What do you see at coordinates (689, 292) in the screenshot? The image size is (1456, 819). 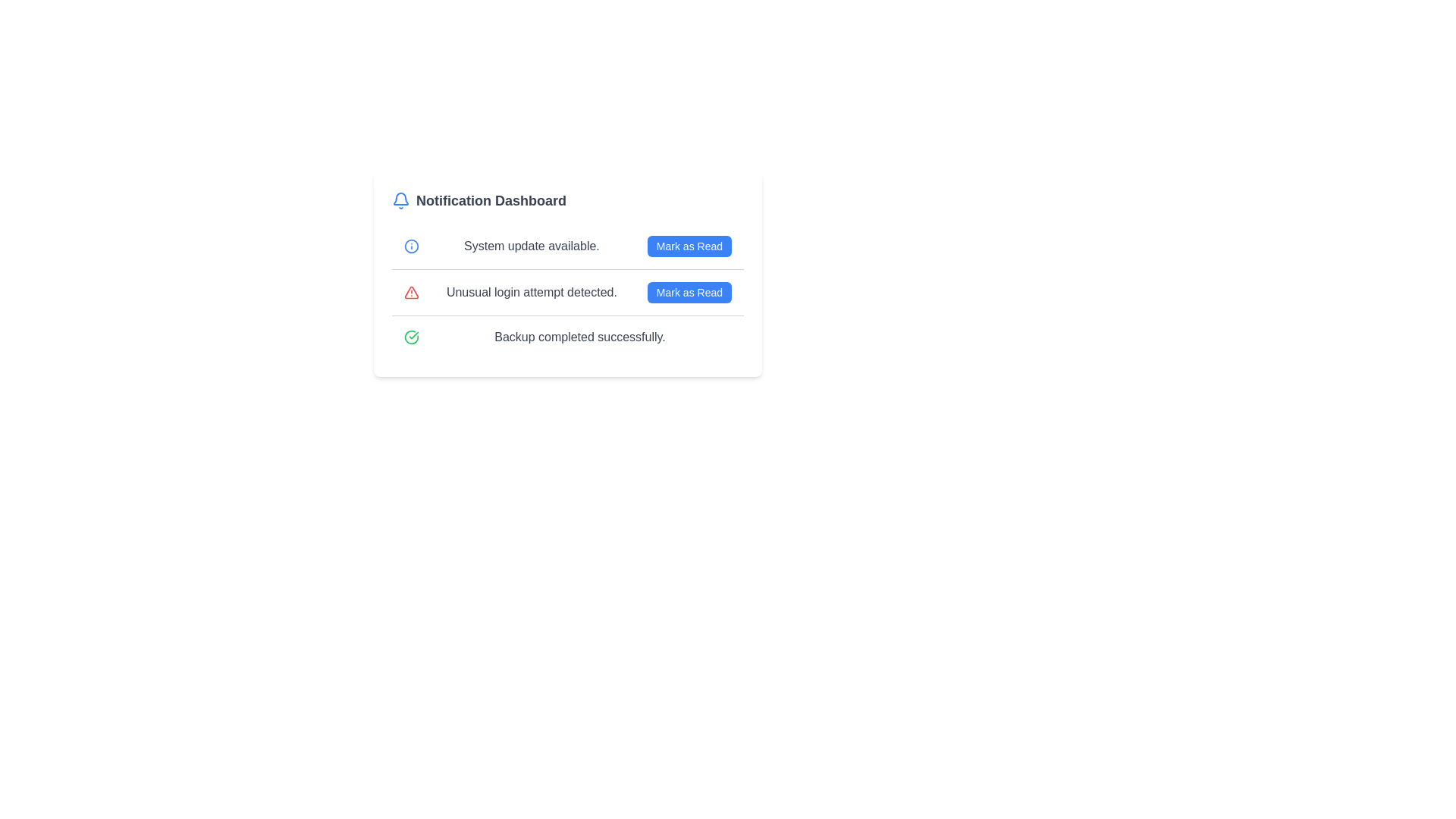 I see `the second 'Mark as Read' button associated with the notification 'Unusual login attempt detected.' to mark it as read` at bounding box center [689, 292].